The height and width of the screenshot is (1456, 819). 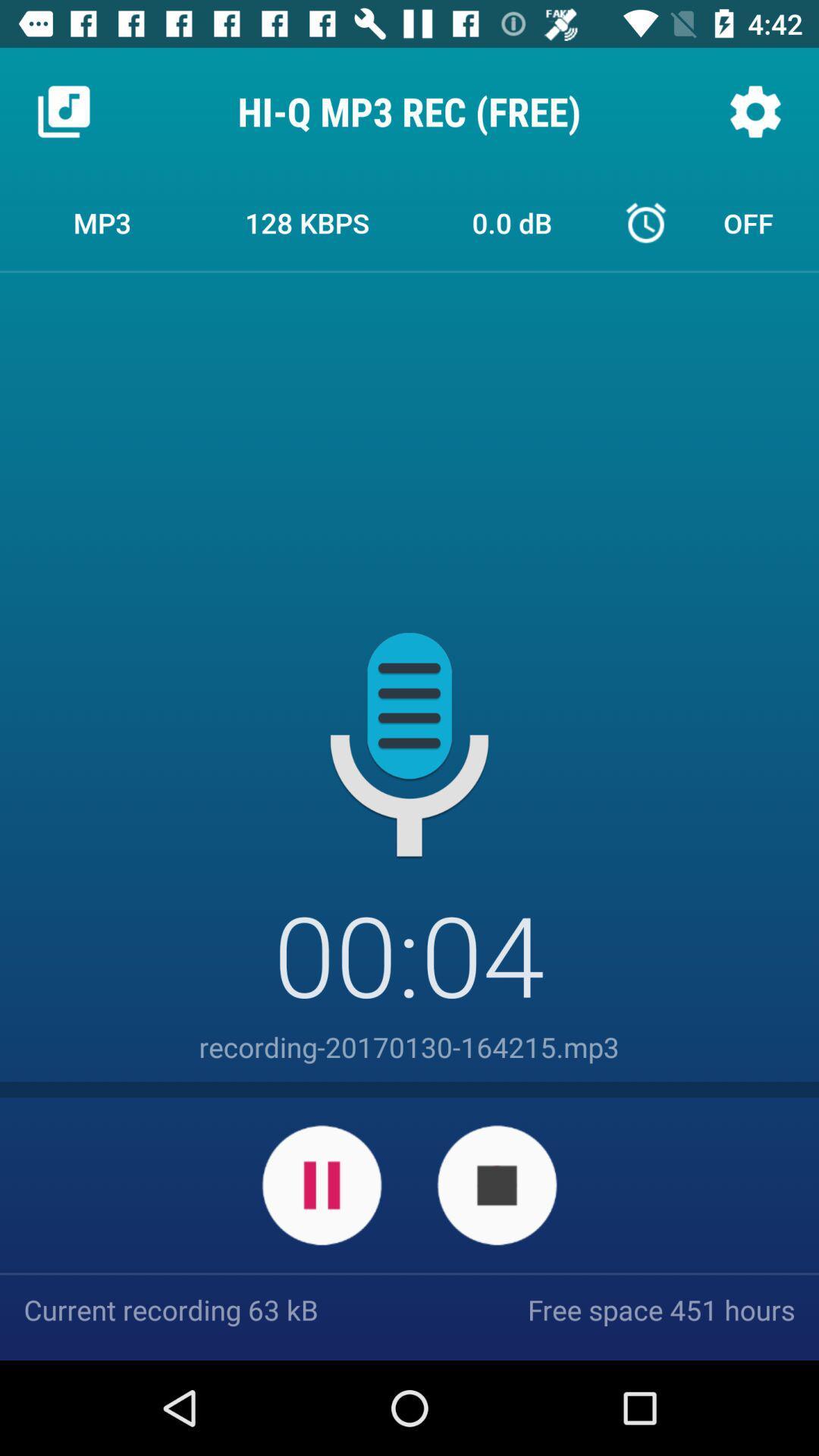 What do you see at coordinates (755, 111) in the screenshot?
I see `the icon to the right of the hi q mp3 item` at bounding box center [755, 111].